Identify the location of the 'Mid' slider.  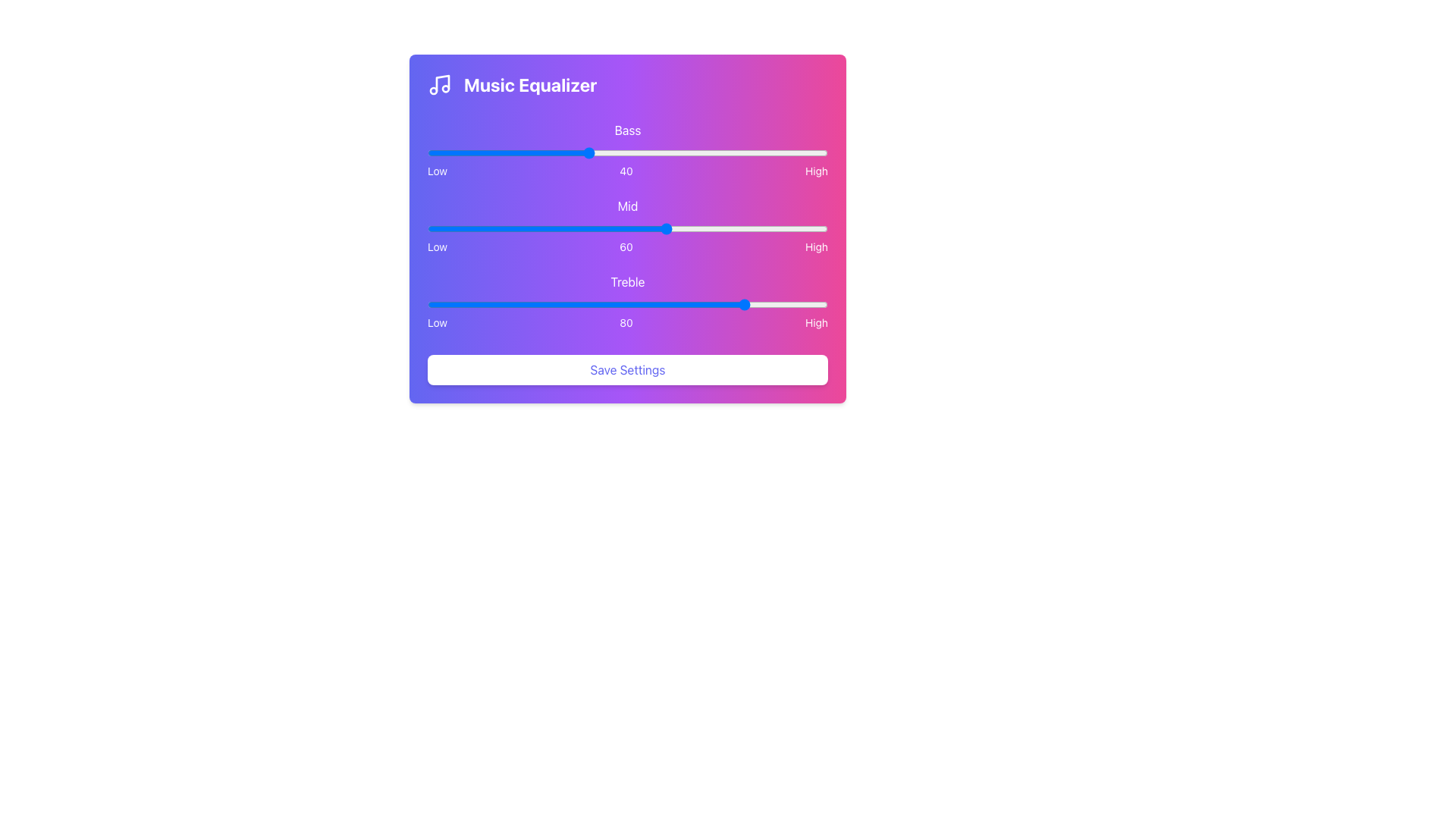
(823, 228).